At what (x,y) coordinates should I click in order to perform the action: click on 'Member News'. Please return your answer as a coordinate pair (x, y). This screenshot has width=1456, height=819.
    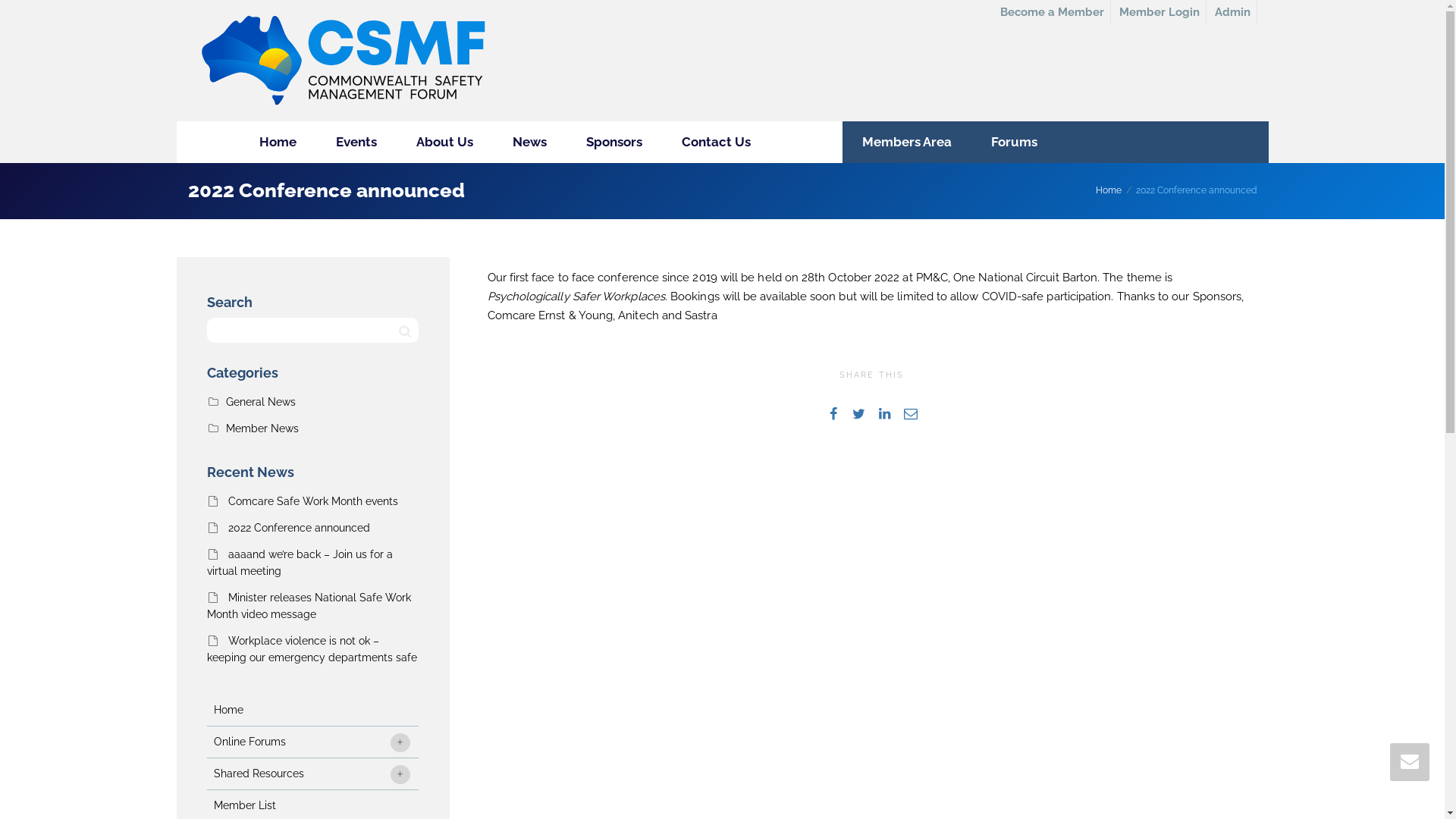
    Looking at the image, I should click on (262, 428).